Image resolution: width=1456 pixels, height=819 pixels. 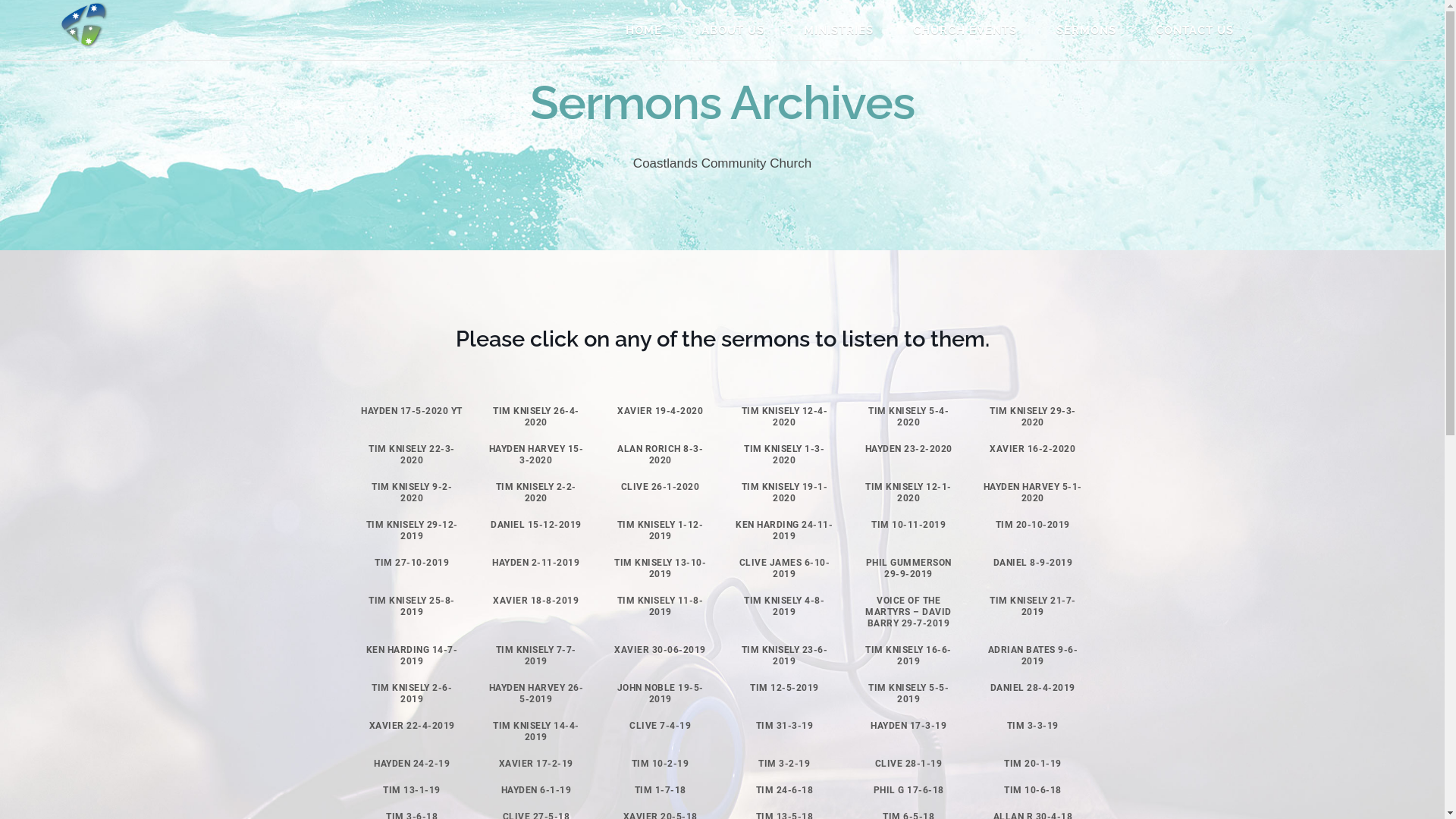 What do you see at coordinates (371, 492) in the screenshot?
I see `'TIM KNISELY 9-2-2020'` at bounding box center [371, 492].